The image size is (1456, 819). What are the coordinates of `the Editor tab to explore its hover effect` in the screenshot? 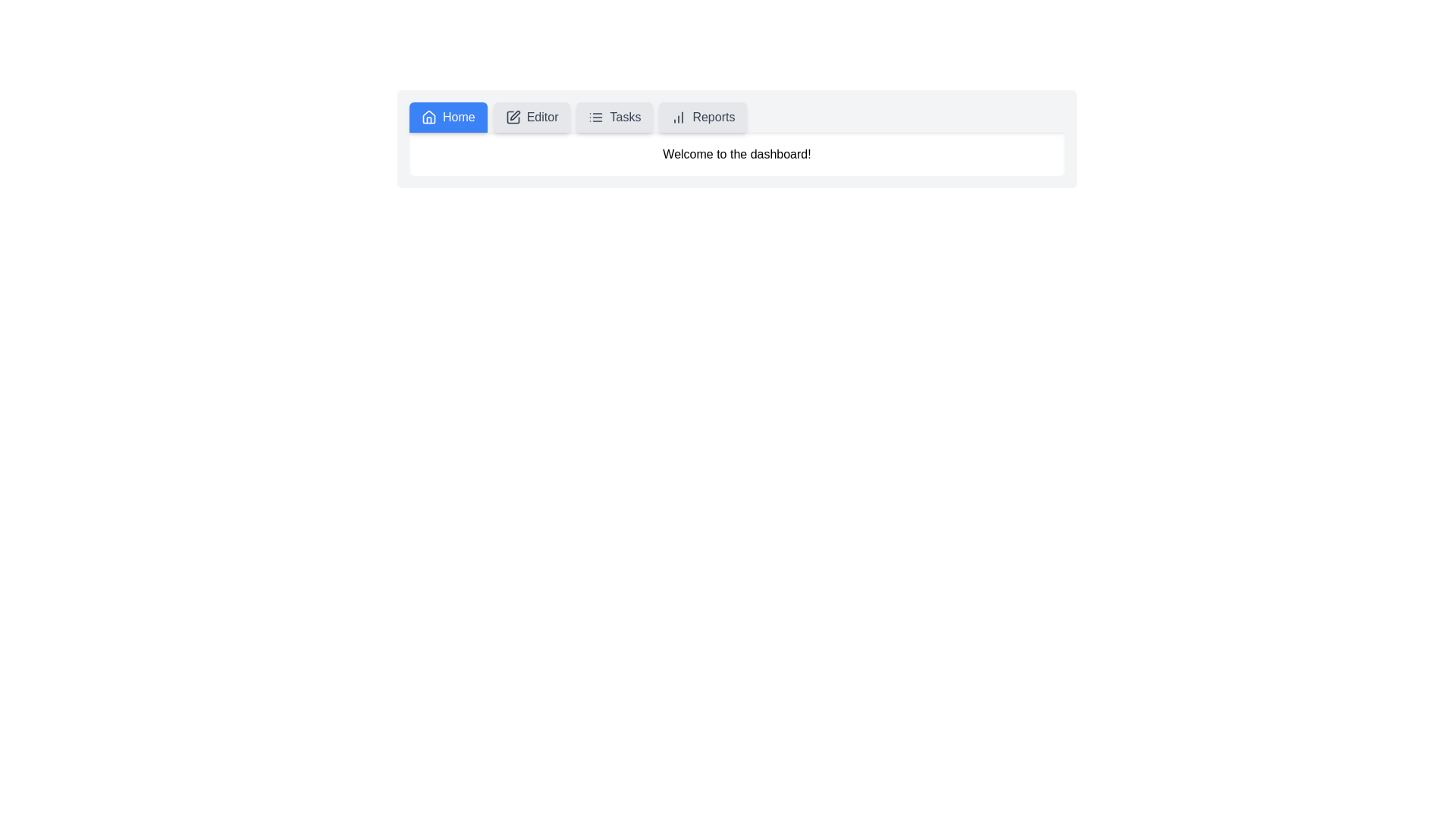 It's located at (532, 116).